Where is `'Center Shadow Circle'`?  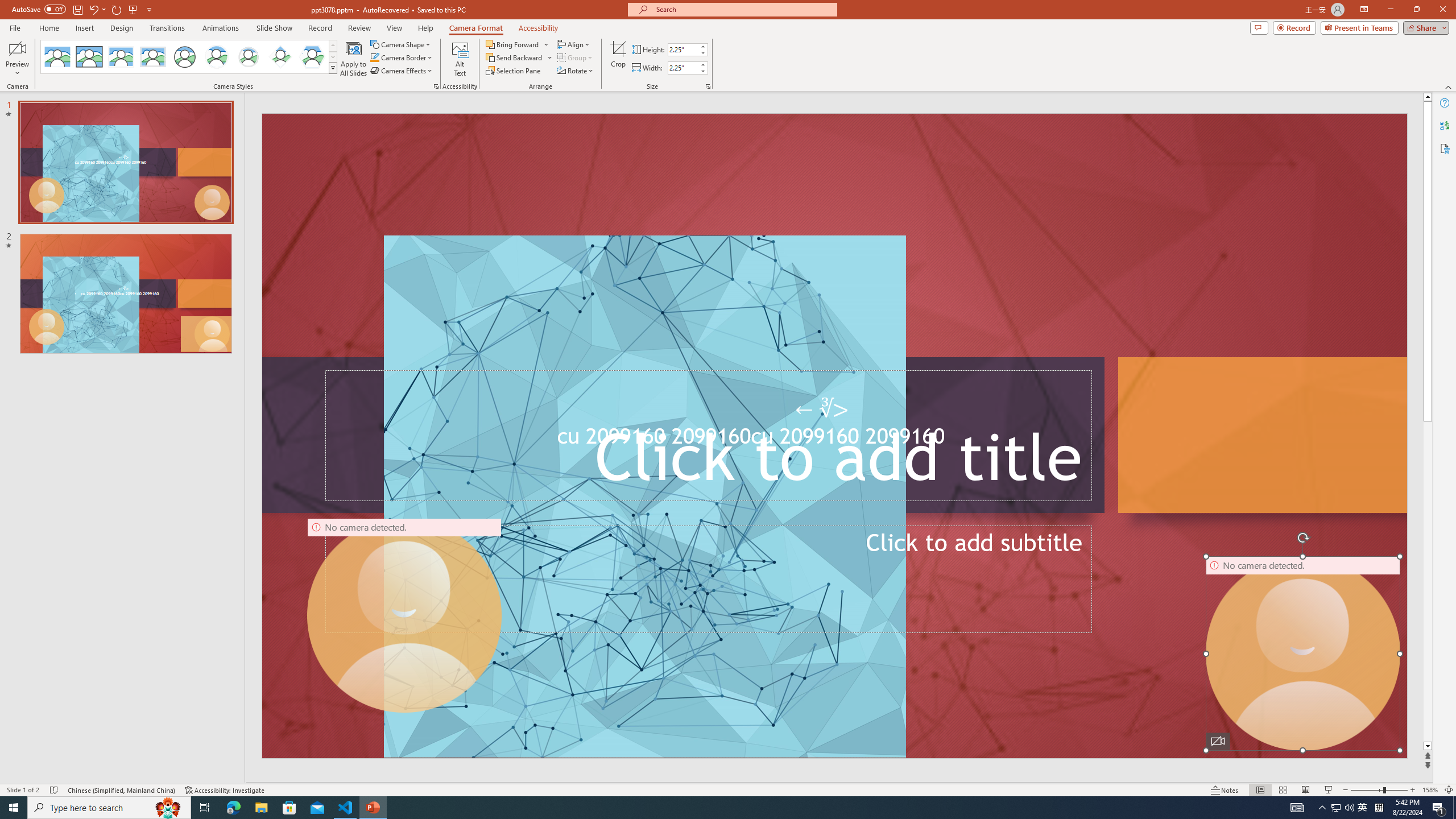
'Center Shadow Circle' is located at coordinates (216, 56).